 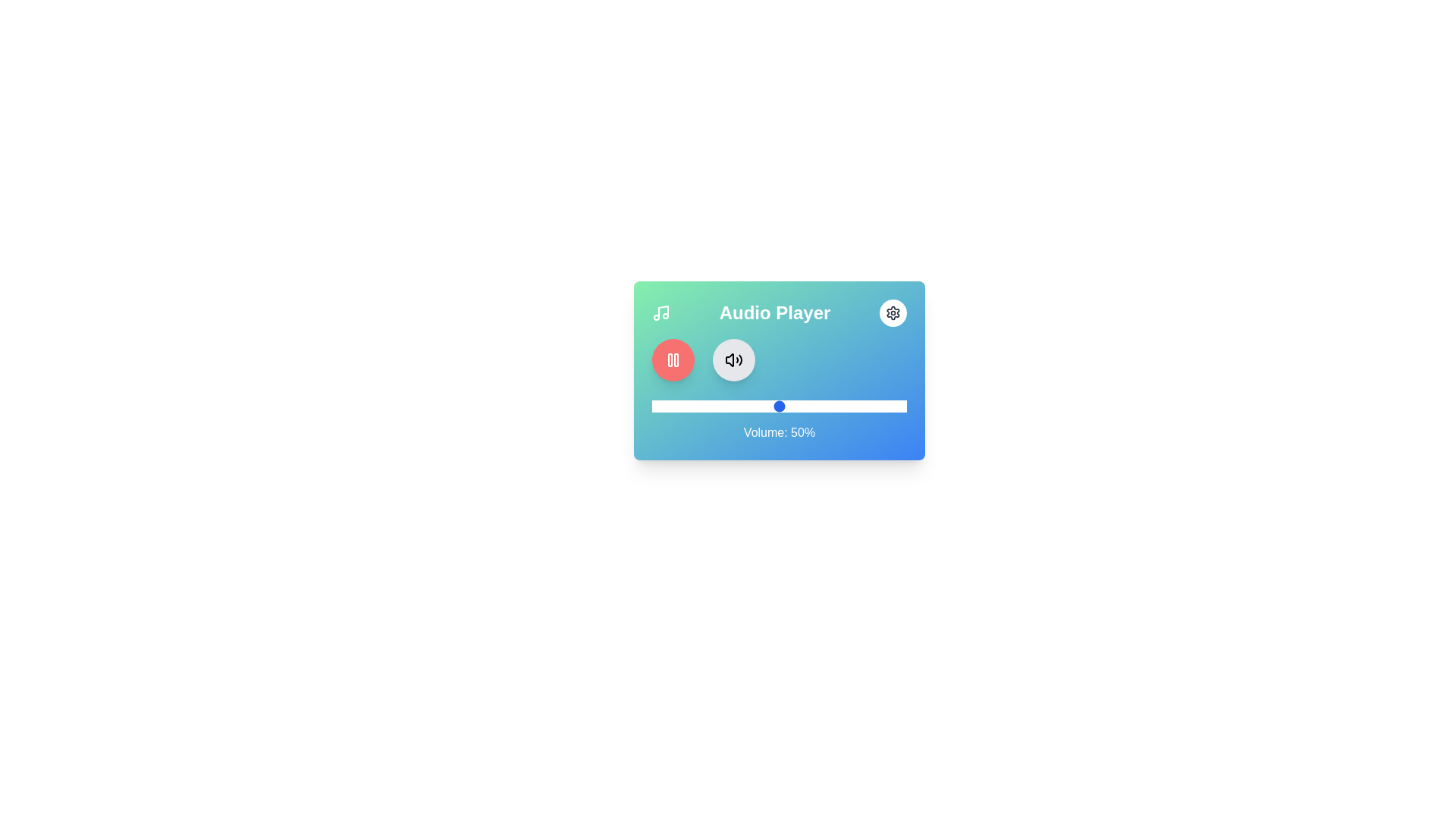 What do you see at coordinates (779, 359) in the screenshot?
I see `the left circular button with a red pause icon in the Audio Player section to scale it` at bounding box center [779, 359].